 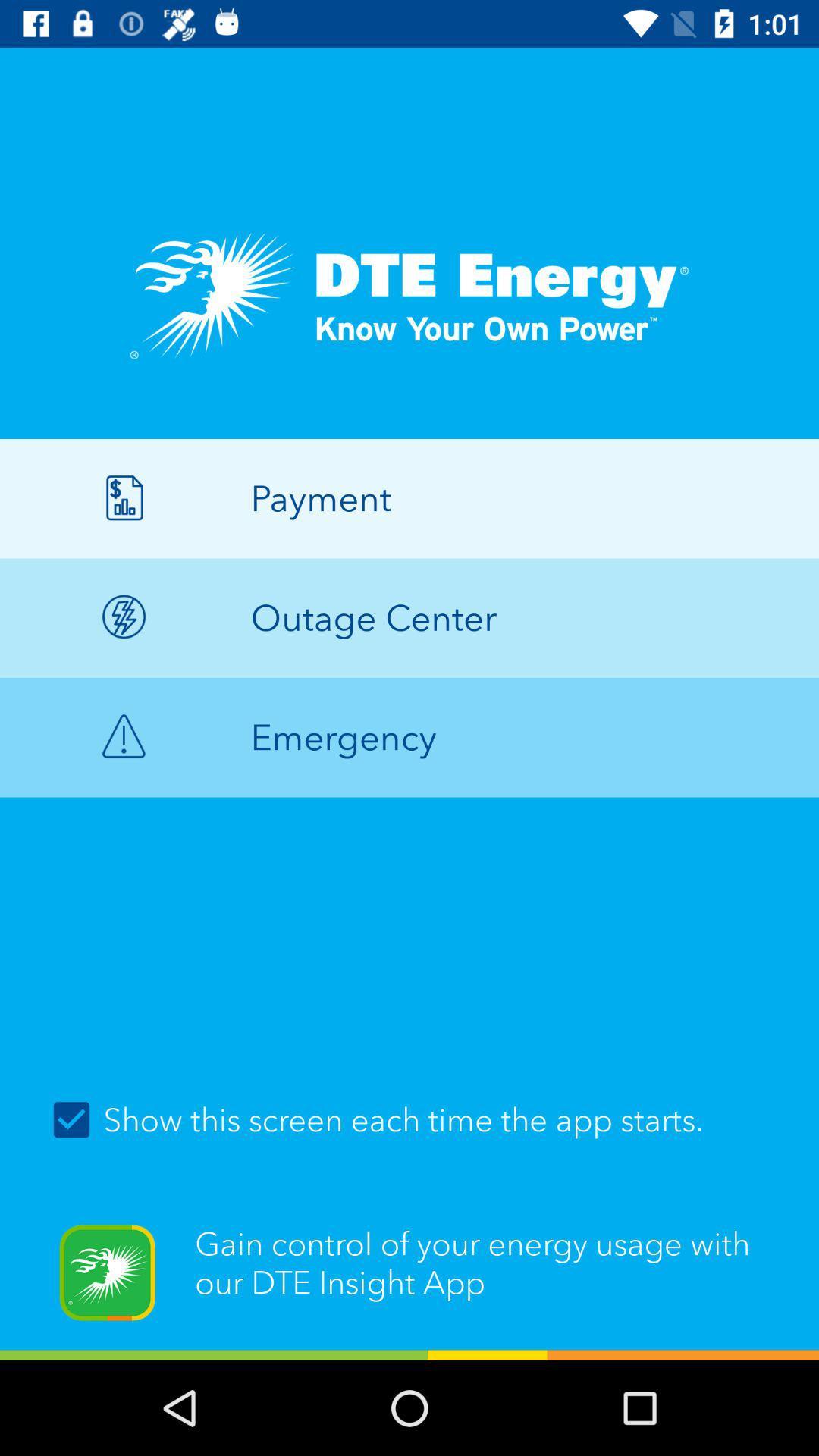 What do you see at coordinates (409, 737) in the screenshot?
I see `item above show this screen` at bounding box center [409, 737].